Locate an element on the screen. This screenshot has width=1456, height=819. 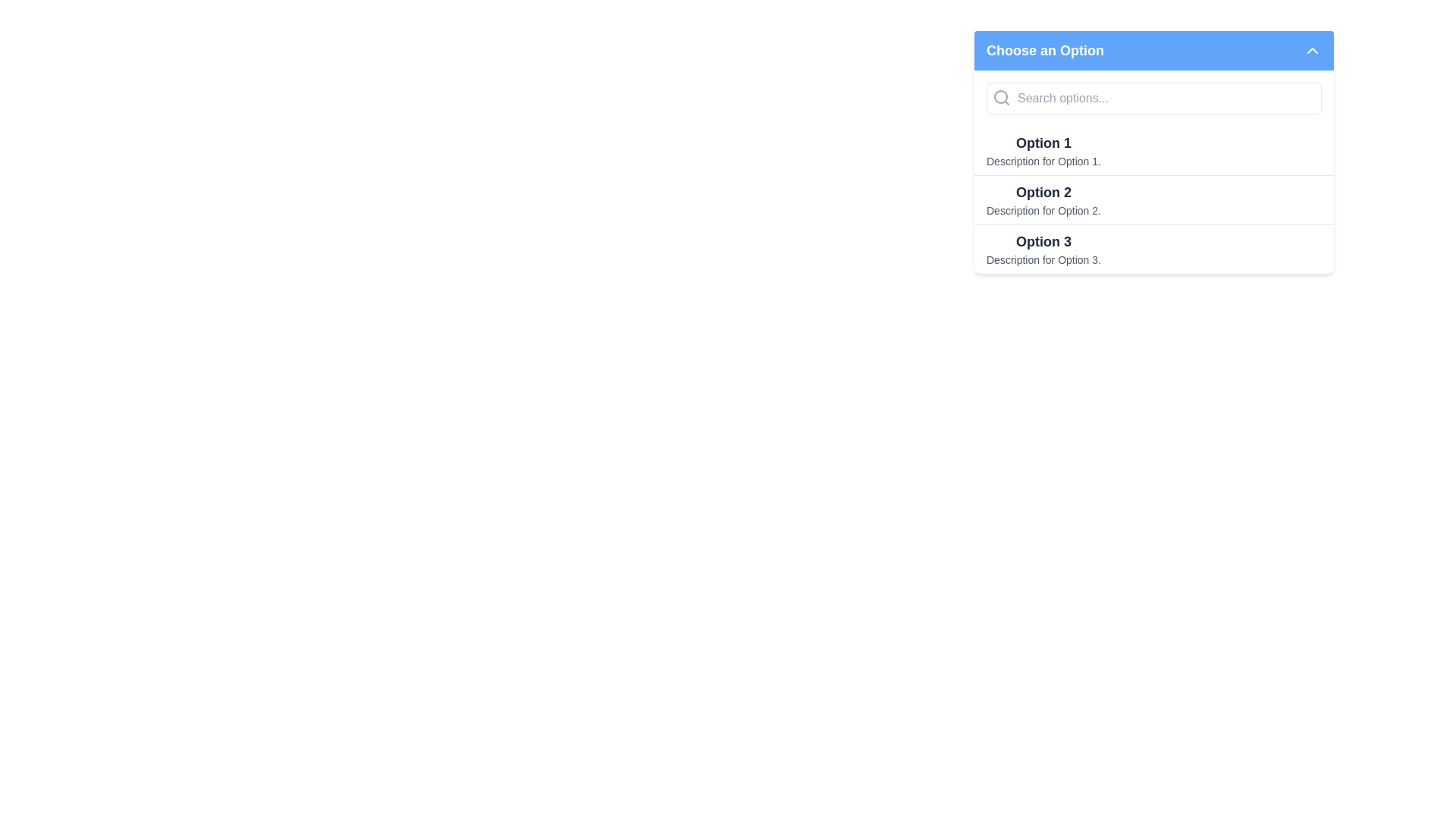
text label that serves as the title for the second option in the dropdown menu, positioned above the description text 'Description for Option 2.' is located at coordinates (1043, 192).